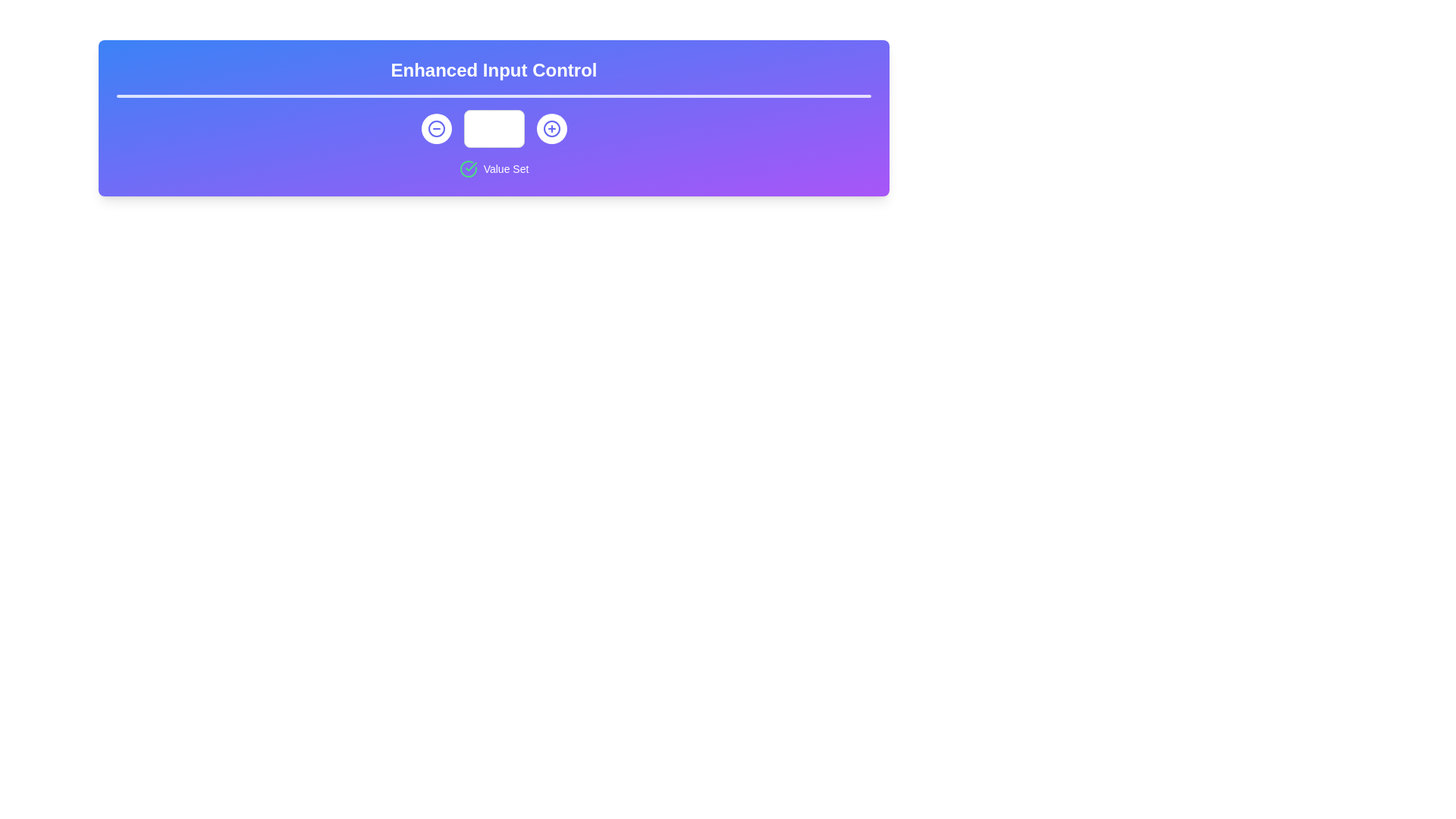 The width and height of the screenshot is (1456, 819). I want to click on the Visual Divider located beneath the title text 'Enhanced Input Control', which is a thin, white bar with rounded edges positioned centrally above the control buttons and numeric input field, so click(494, 96).